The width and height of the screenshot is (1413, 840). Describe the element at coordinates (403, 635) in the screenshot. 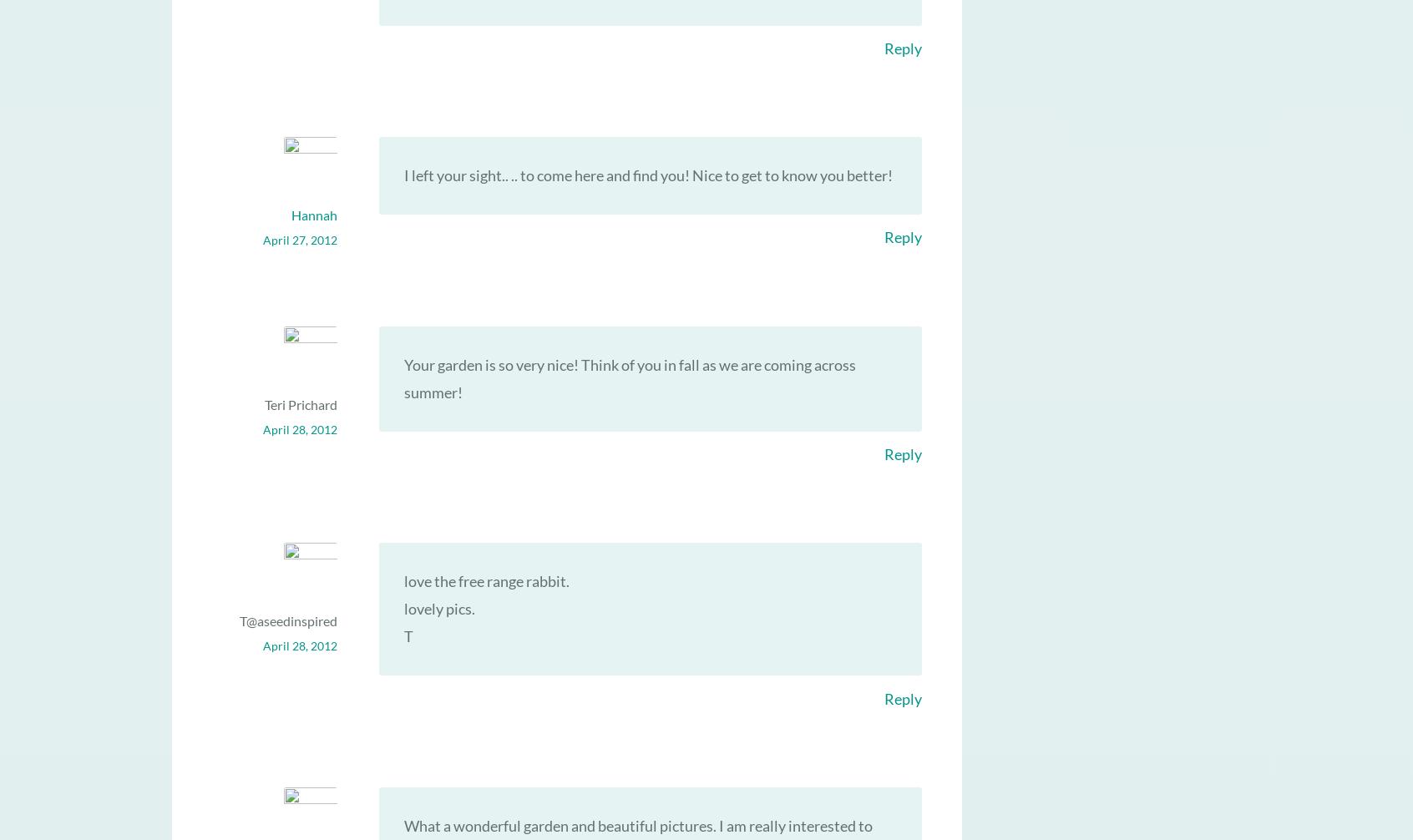

I see `'T'` at that location.